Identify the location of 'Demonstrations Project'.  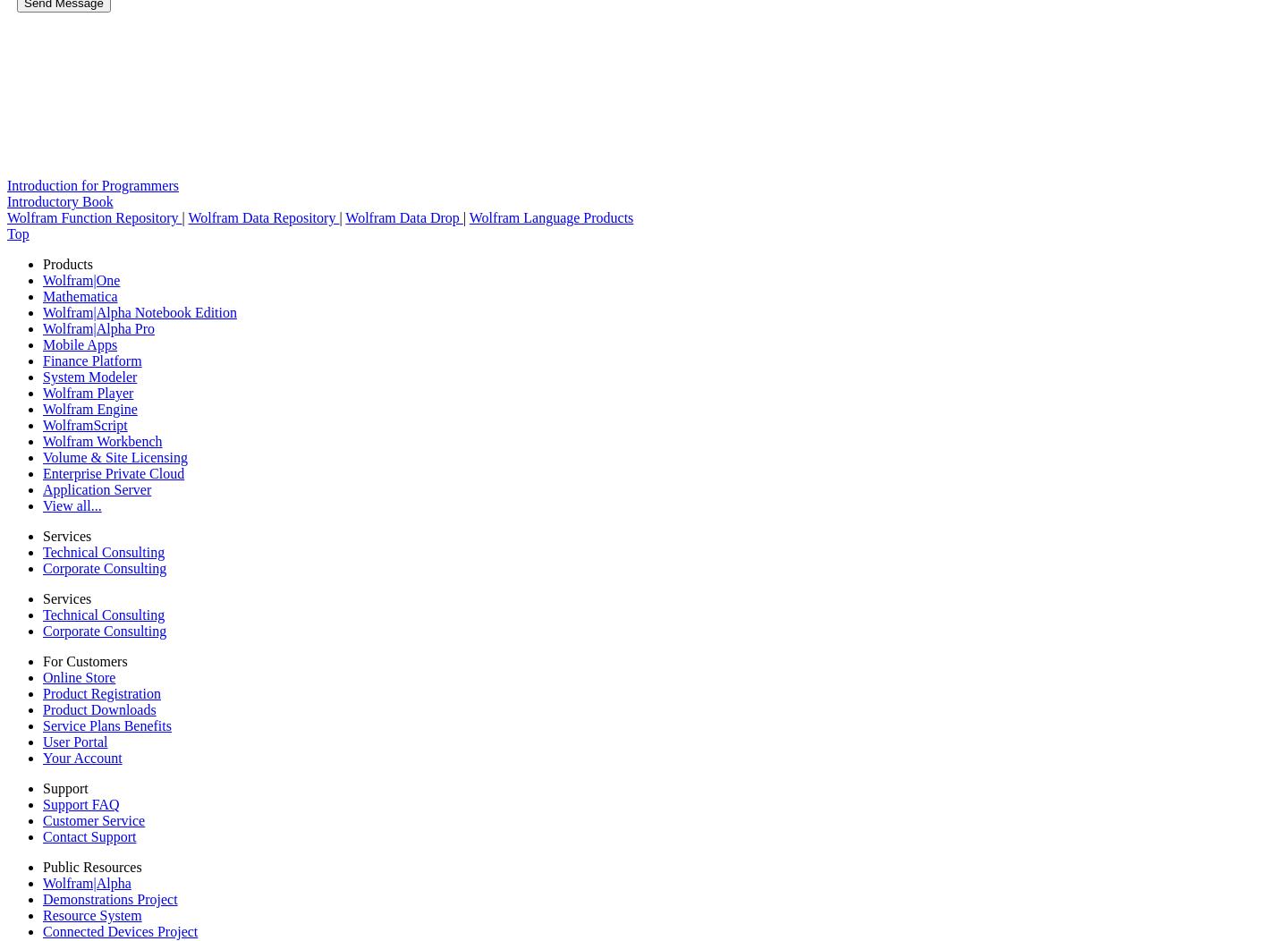
(108, 899).